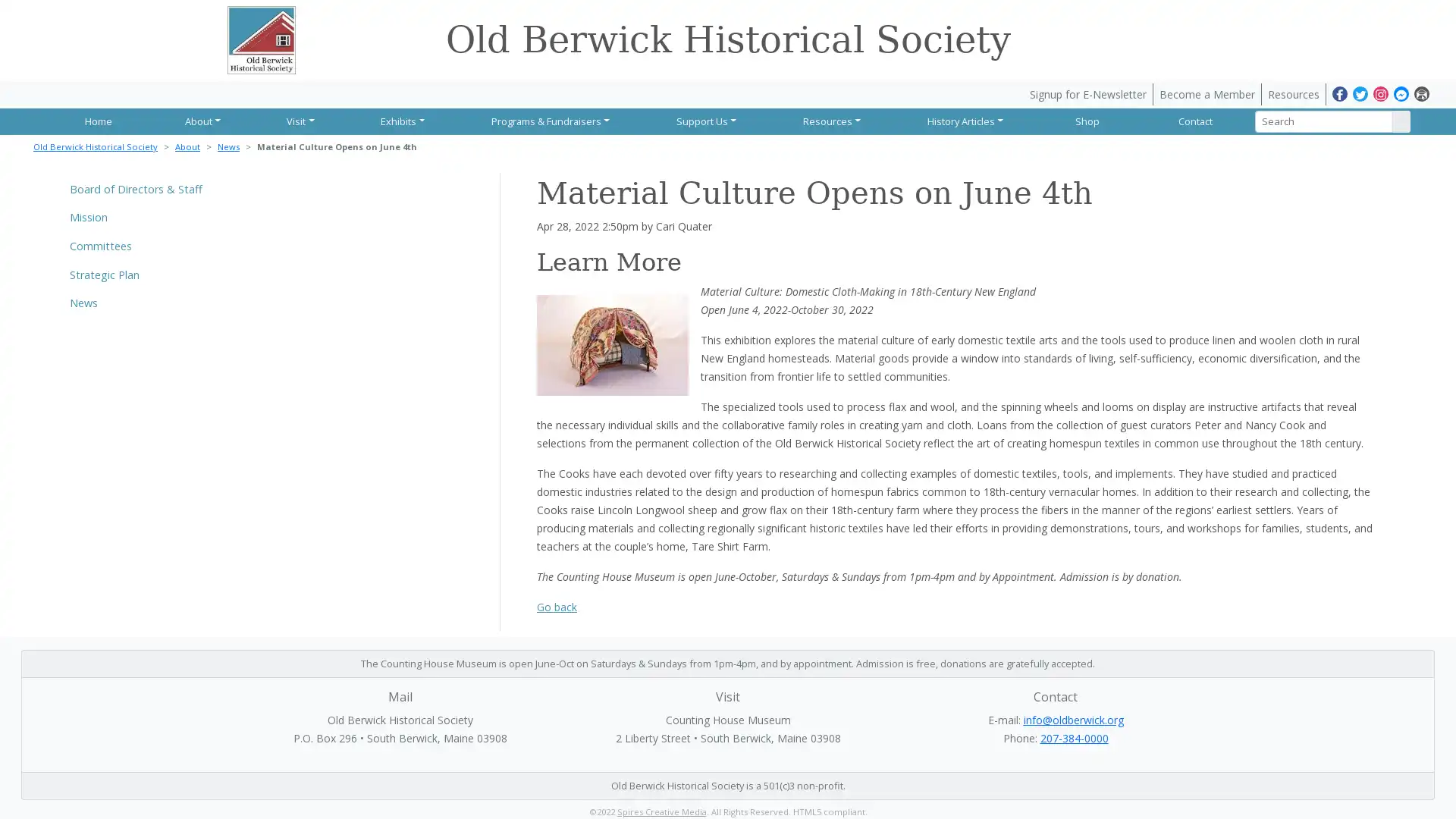 This screenshot has height=819, width=1456. Describe the element at coordinates (548, 120) in the screenshot. I see `Programs & Fundraisers` at that location.